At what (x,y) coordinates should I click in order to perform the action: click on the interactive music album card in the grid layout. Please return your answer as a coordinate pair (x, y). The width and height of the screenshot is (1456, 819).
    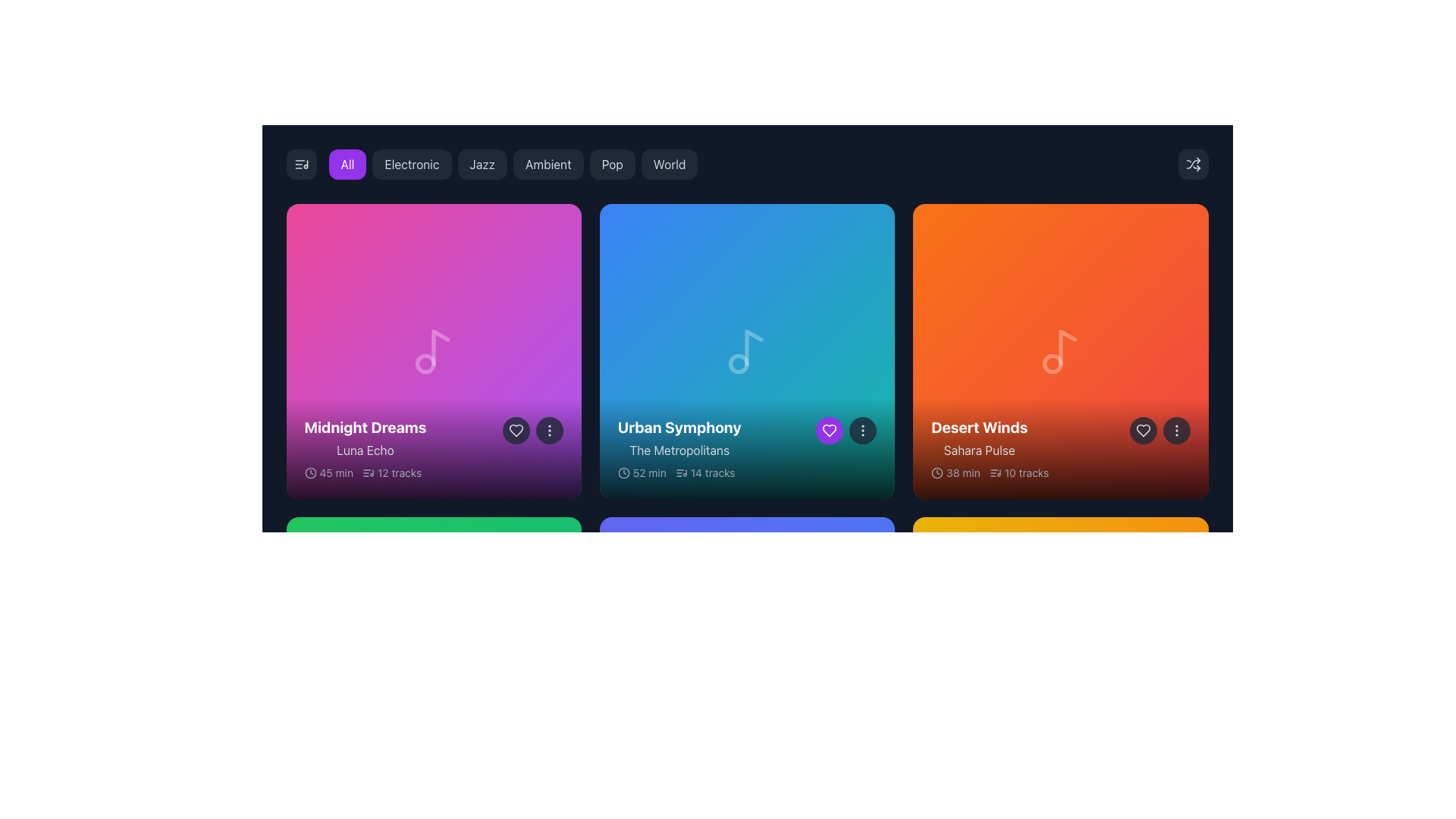
    Looking at the image, I should click on (1059, 351).